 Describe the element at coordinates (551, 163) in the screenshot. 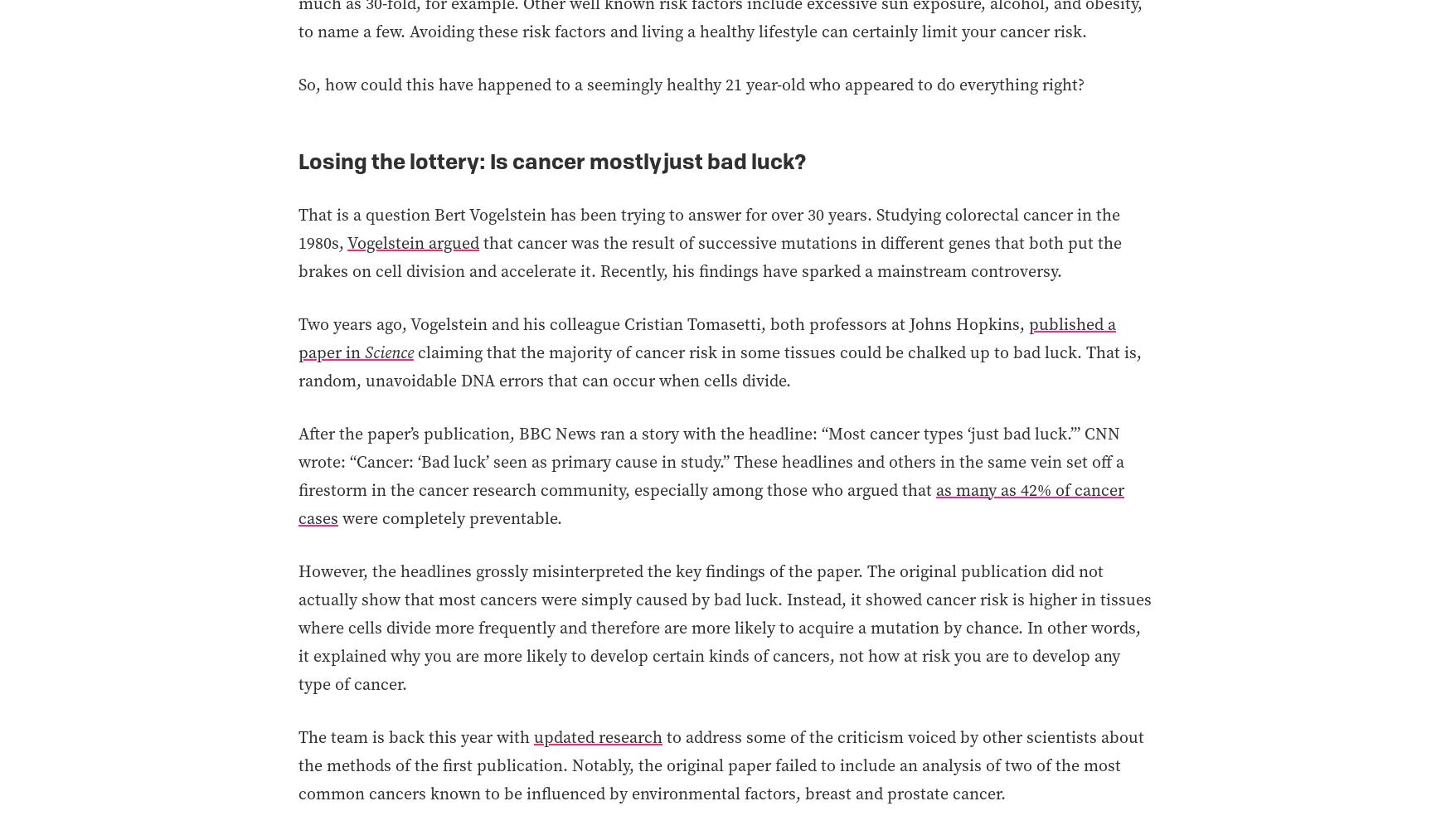

I see `'Losing the lottery: Is cancer mostly just bad luck?'` at that location.